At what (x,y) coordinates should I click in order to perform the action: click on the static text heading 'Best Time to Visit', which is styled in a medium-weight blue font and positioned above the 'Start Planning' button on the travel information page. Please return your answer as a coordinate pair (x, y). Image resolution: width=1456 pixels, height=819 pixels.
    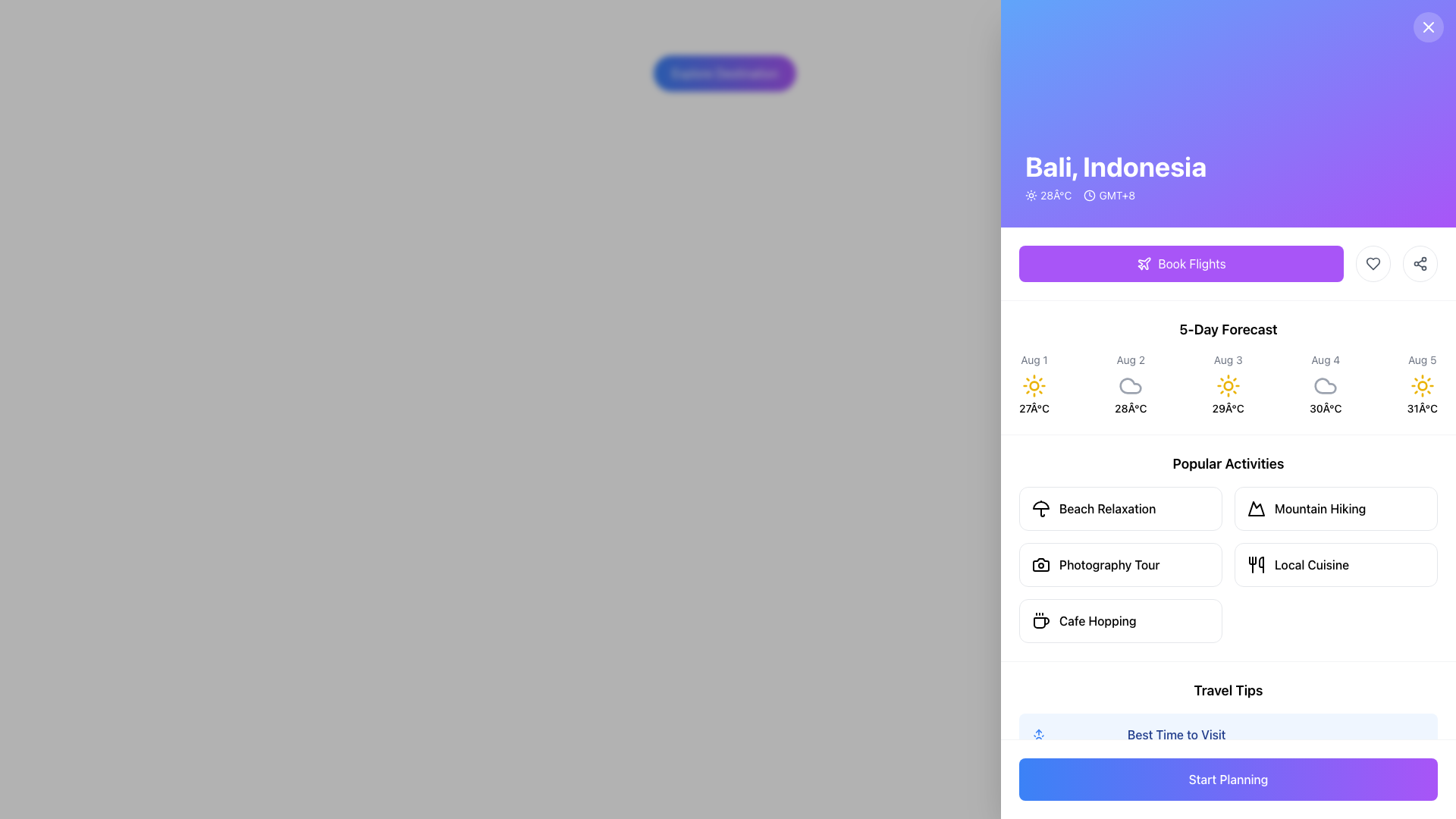
    Looking at the image, I should click on (1175, 733).